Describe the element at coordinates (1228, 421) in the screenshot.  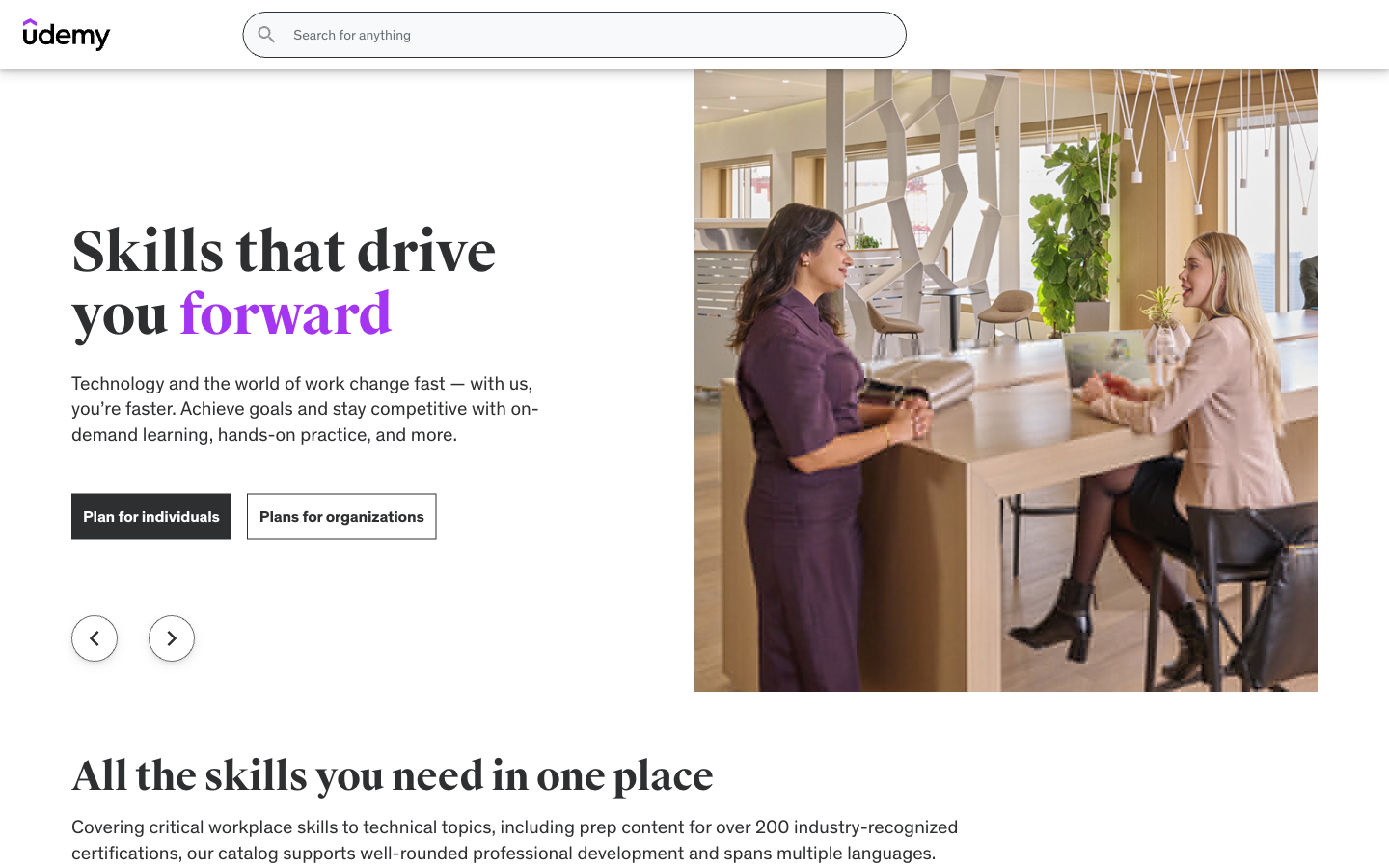
I see `Determine the appropriate clothing size to purchase` at that location.